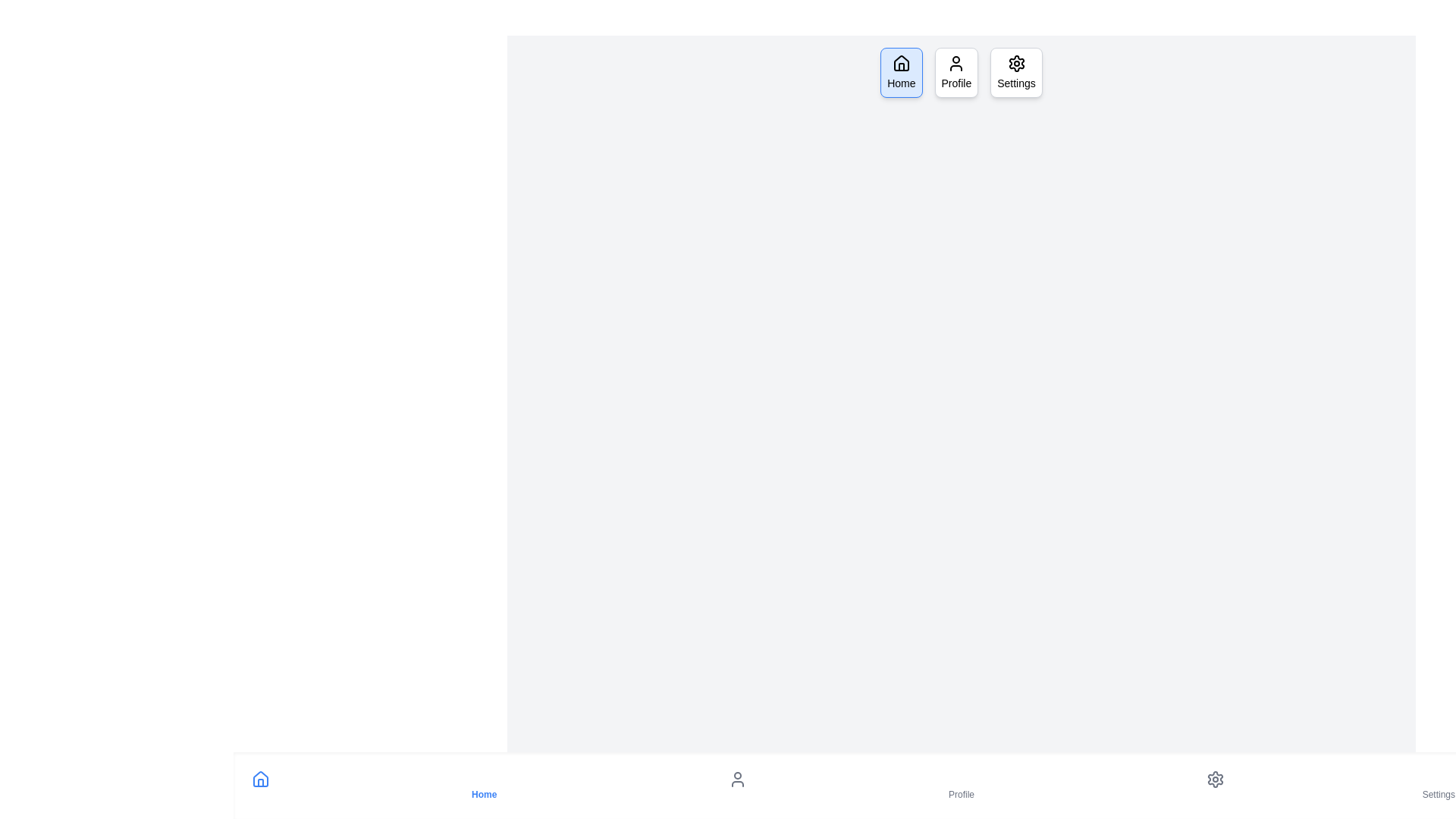 The height and width of the screenshot is (819, 1456). What do you see at coordinates (261, 780) in the screenshot?
I see `the house icon located within the 'Home' button on the lower navigation bar` at bounding box center [261, 780].